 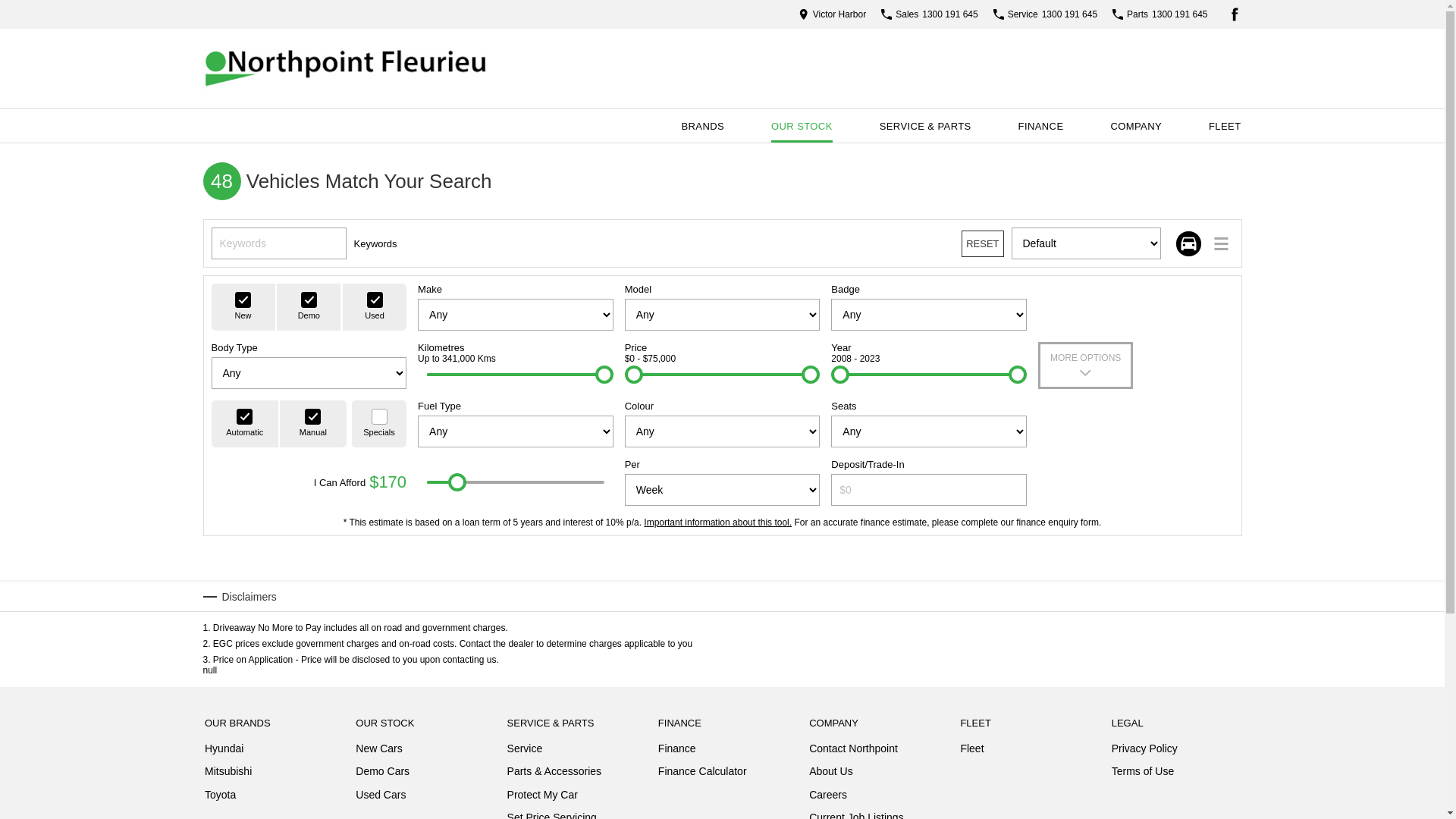 What do you see at coordinates (227, 774) in the screenshot?
I see `'Mitsubishi'` at bounding box center [227, 774].